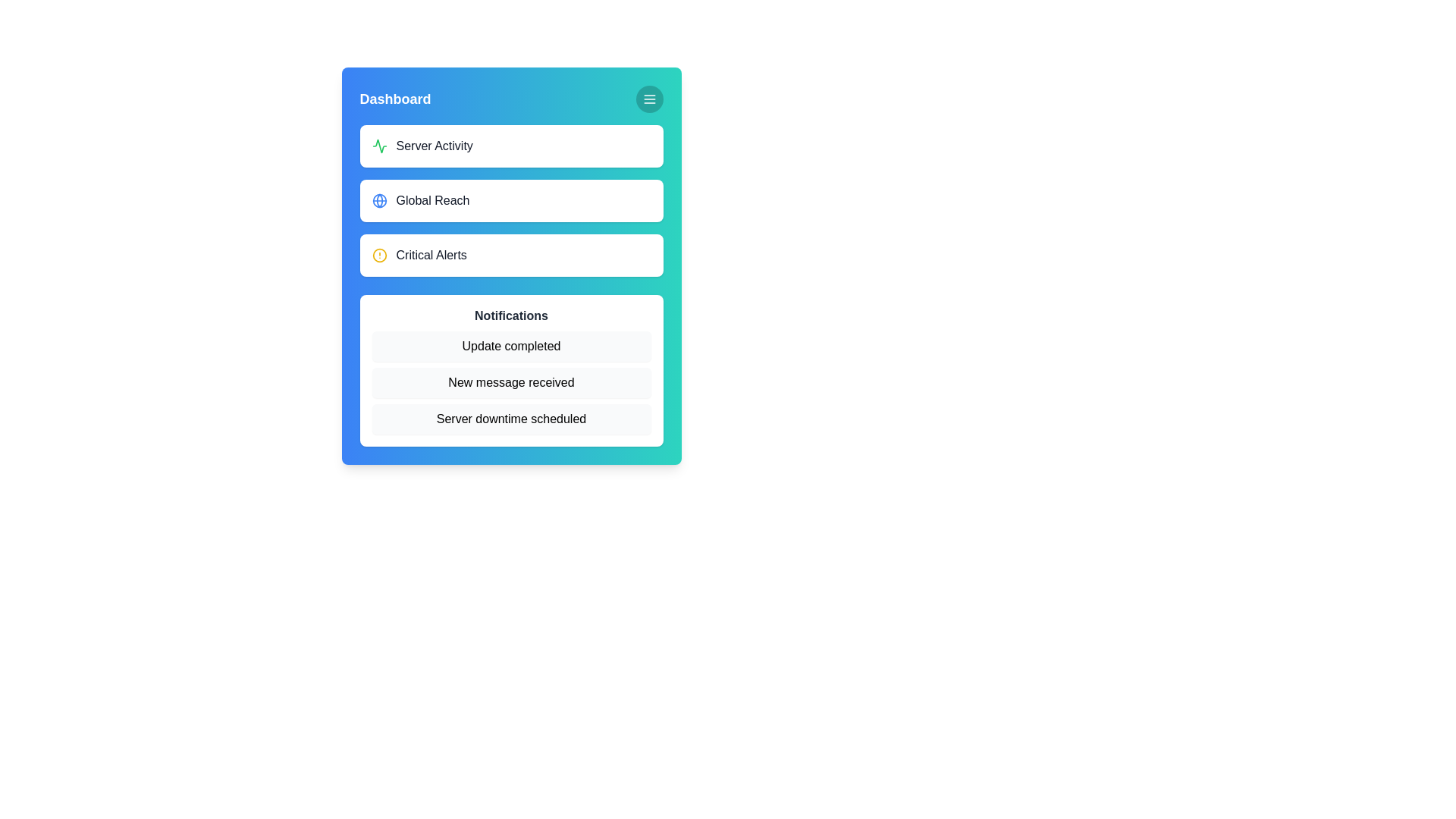 This screenshot has height=819, width=1456. I want to click on the circular graphical element at the center of the globe icon, which is located to the left of the 'Global Reach' text in the dashboard, so click(379, 200).